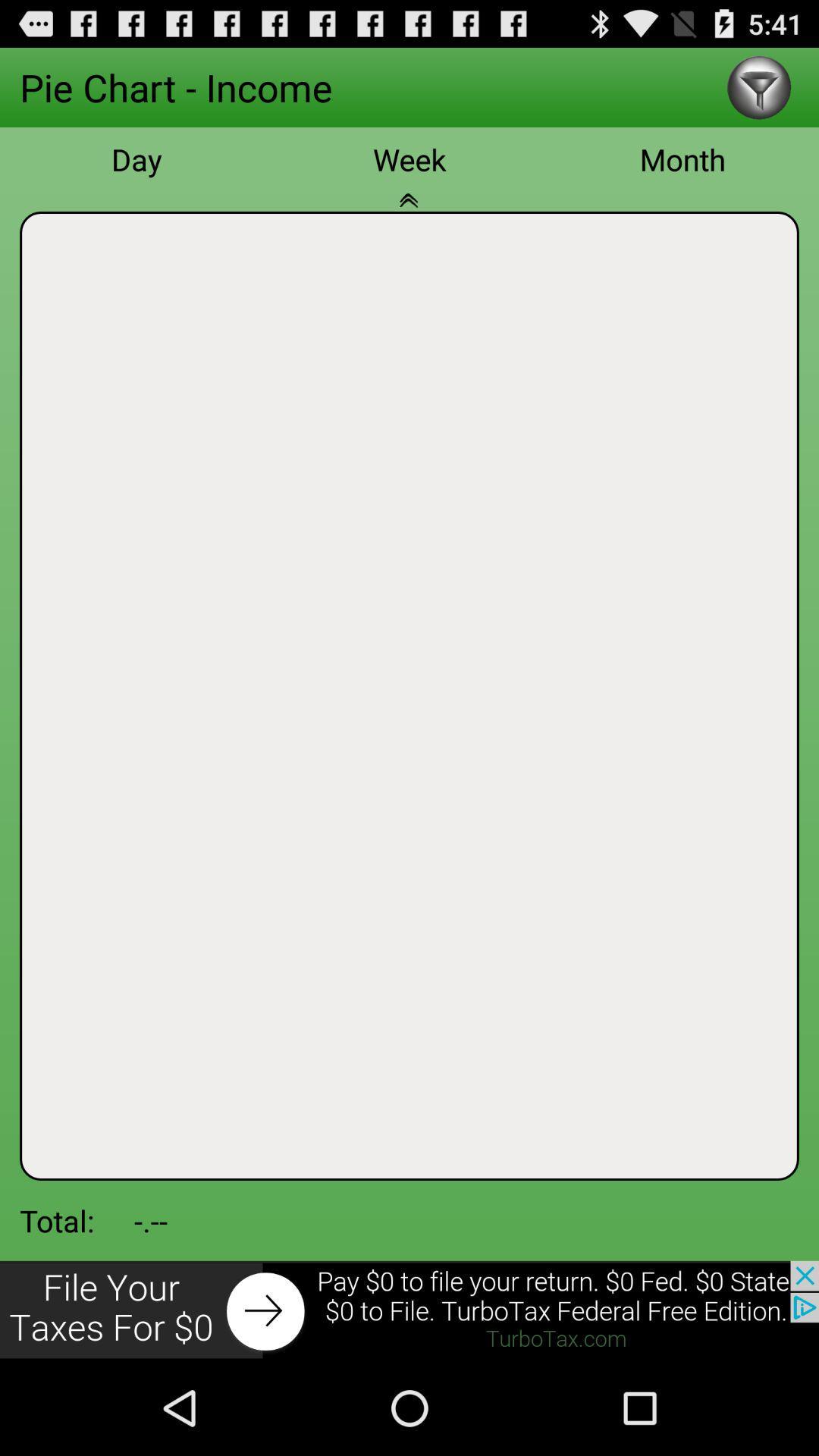 The height and width of the screenshot is (1456, 819). What do you see at coordinates (759, 93) in the screenshot?
I see `the filter icon` at bounding box center [759, 93].